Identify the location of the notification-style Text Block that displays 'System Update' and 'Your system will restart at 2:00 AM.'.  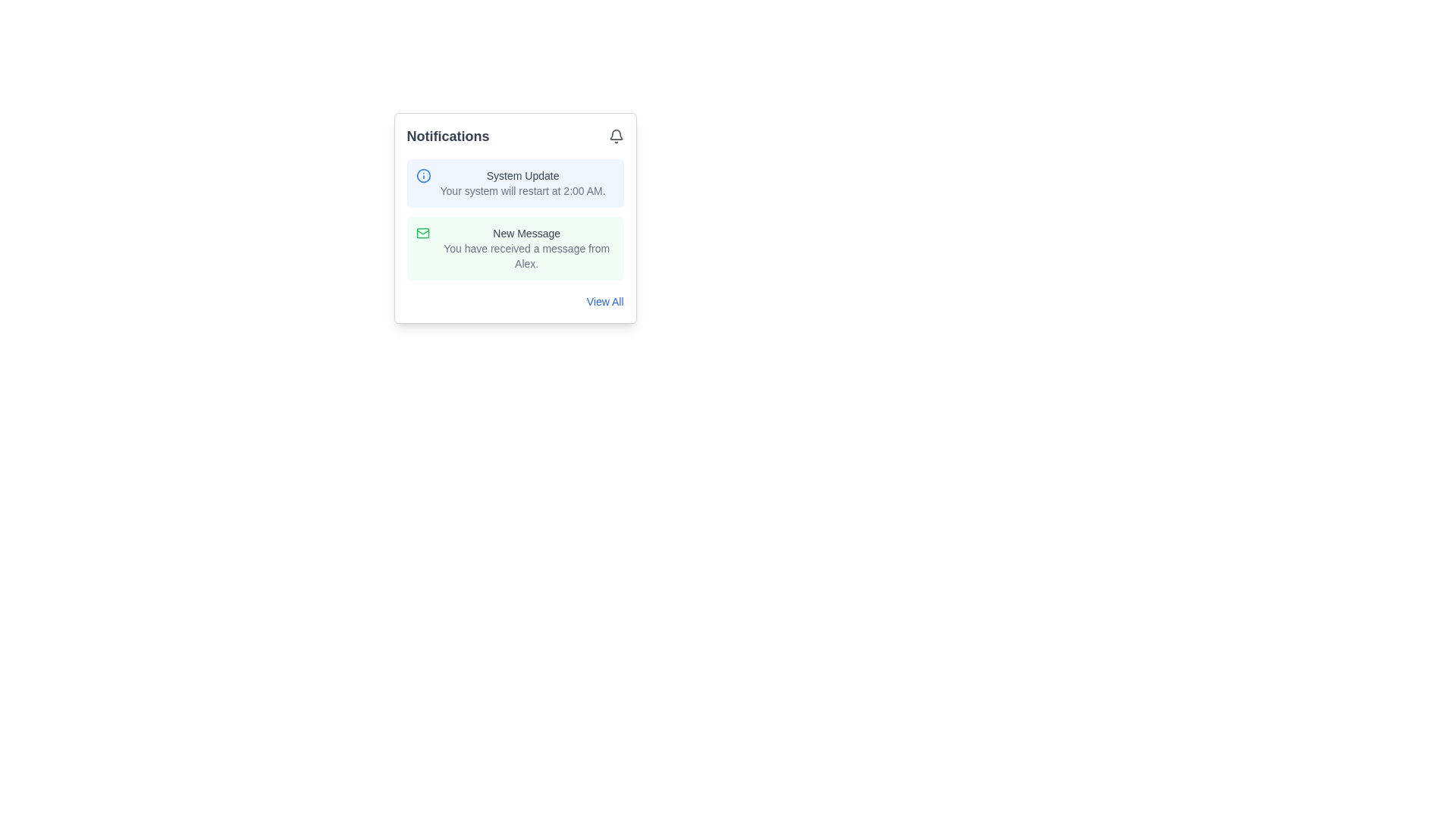
(522, 183).